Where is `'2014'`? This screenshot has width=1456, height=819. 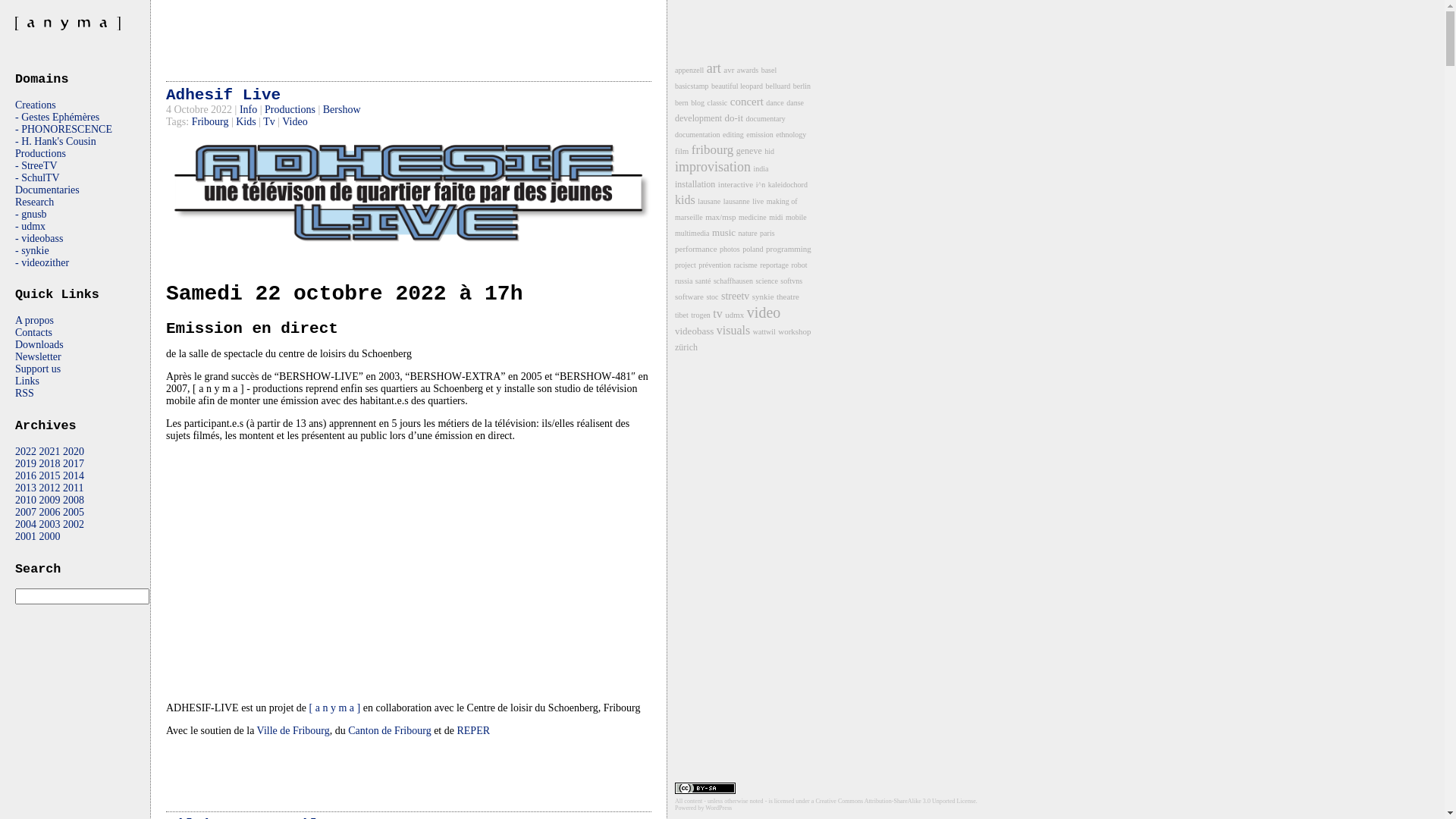
'2014' is located at coordinates (61, 475).